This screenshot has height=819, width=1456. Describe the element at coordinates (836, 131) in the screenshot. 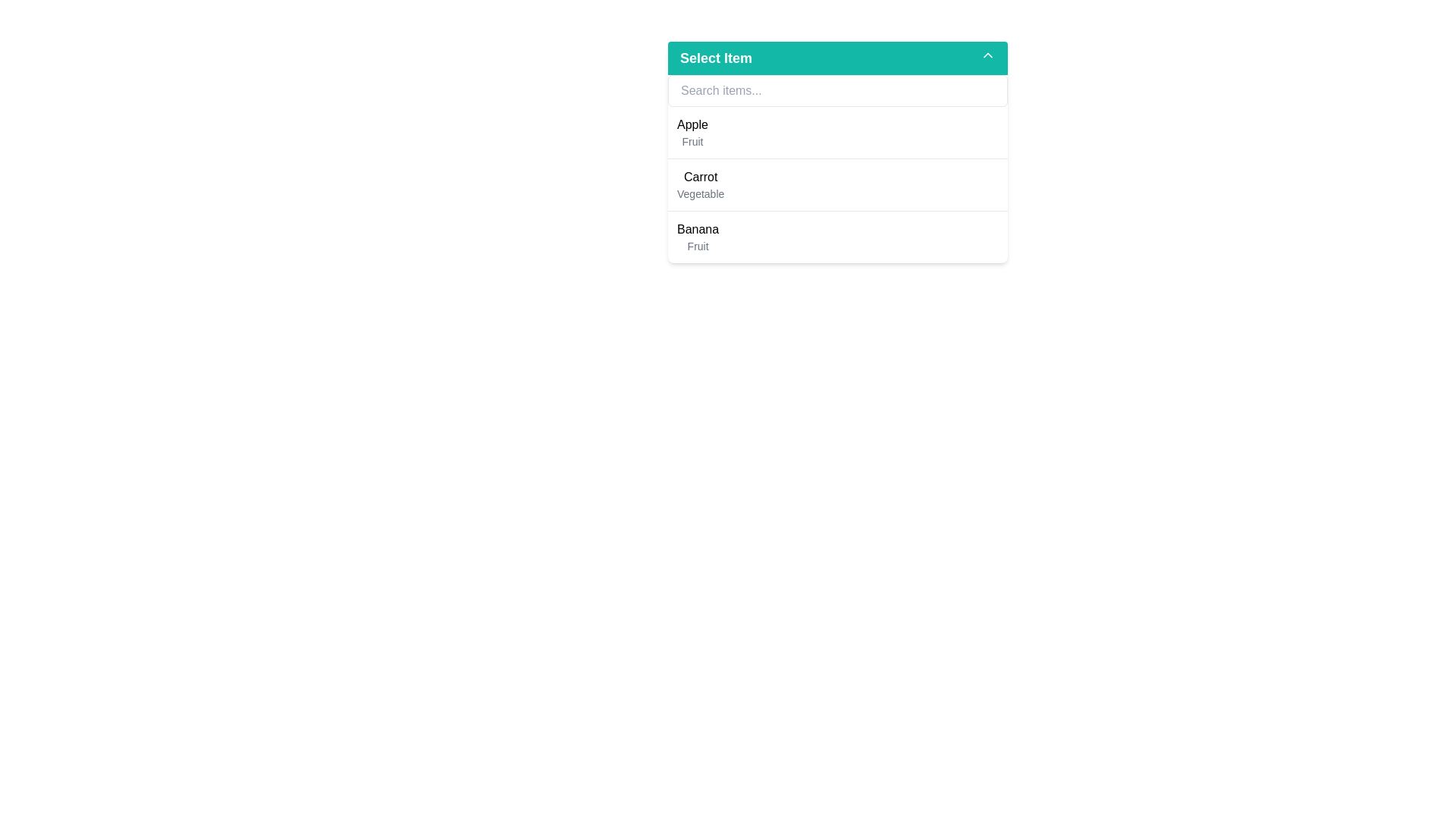

I see `the first list item labeled 'Apple'` at that location.